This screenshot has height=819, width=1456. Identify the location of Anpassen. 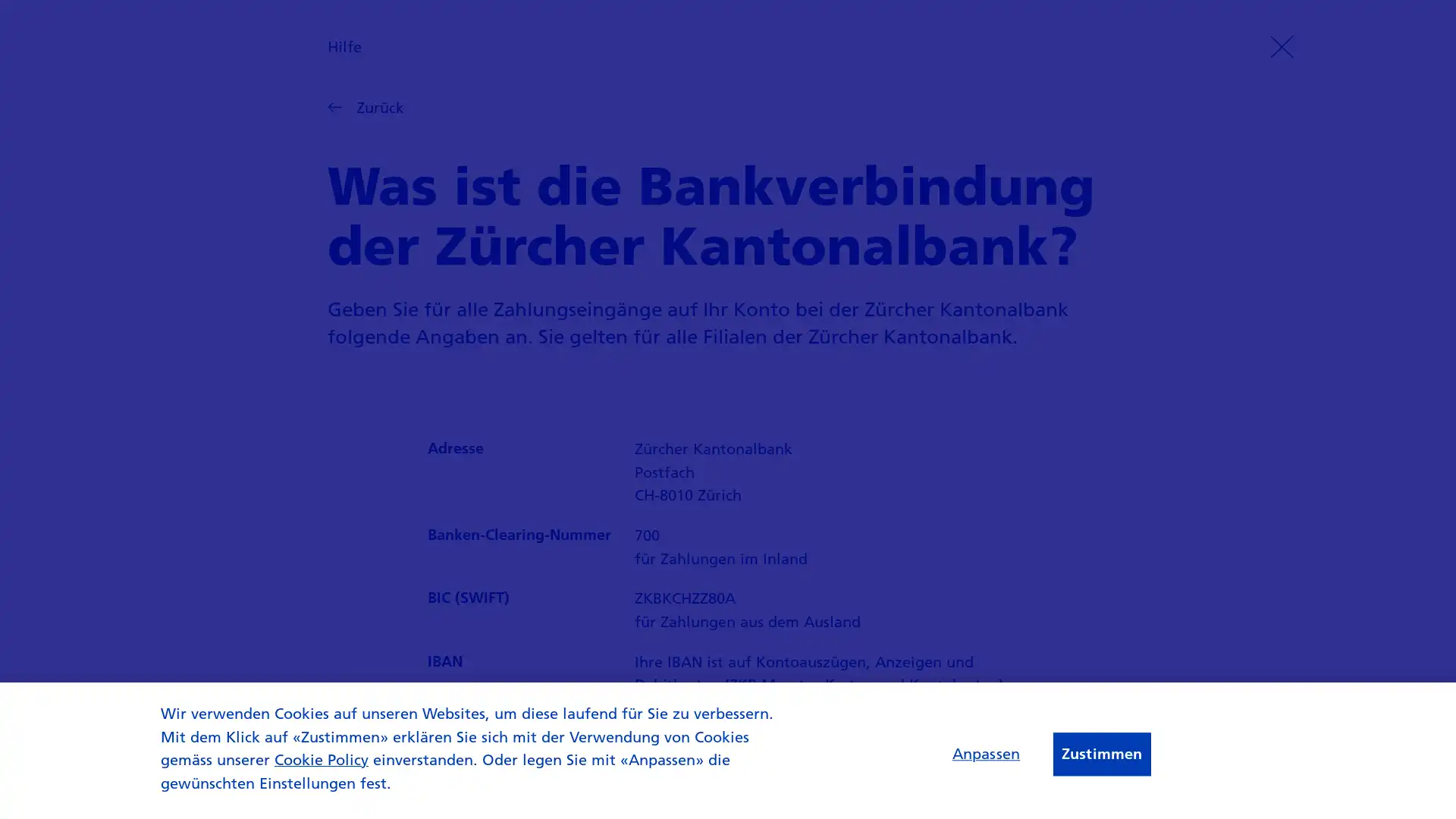
(985, 752).